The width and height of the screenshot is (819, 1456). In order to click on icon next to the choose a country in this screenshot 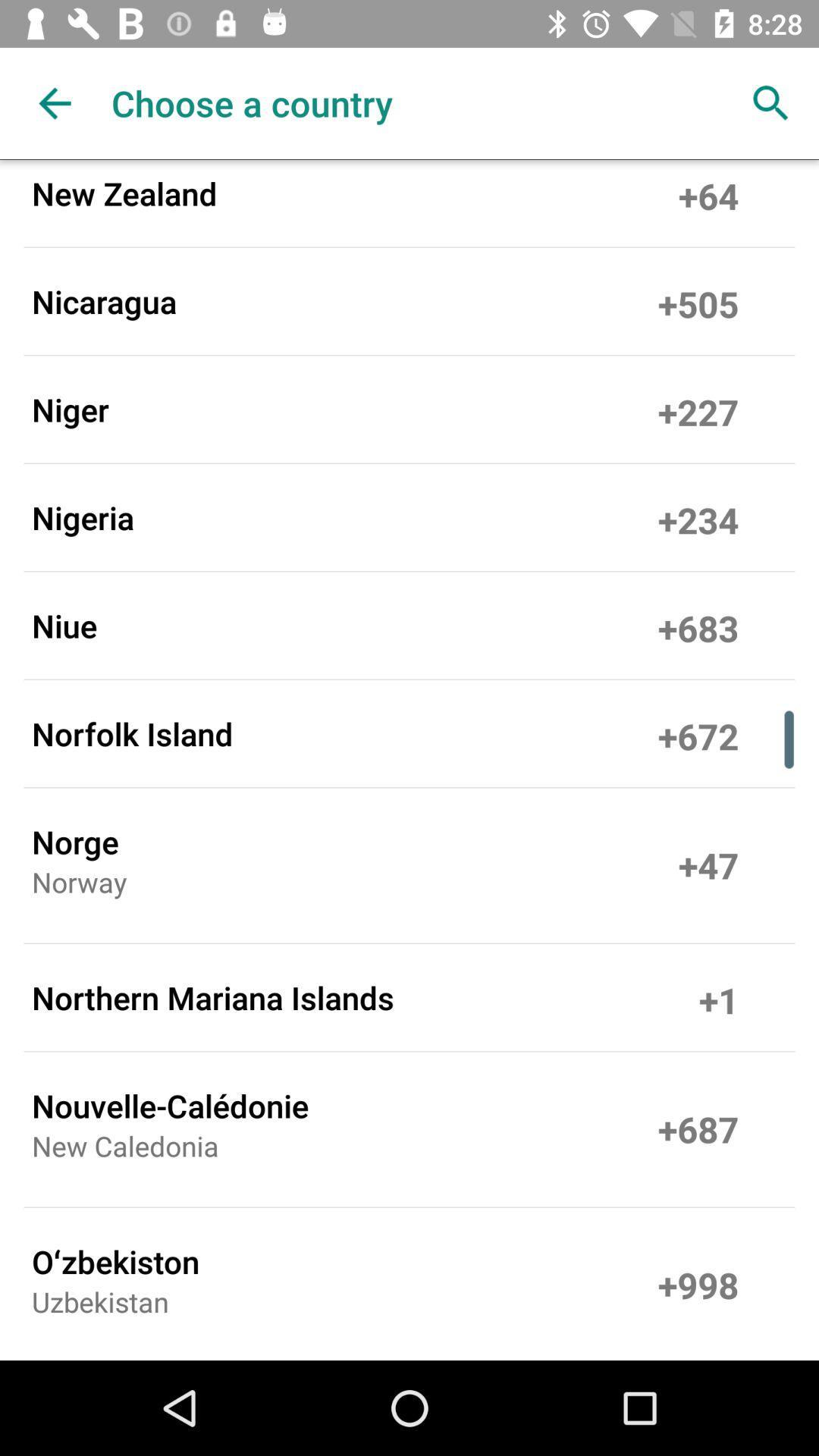, I will do `click(55, 102)`.